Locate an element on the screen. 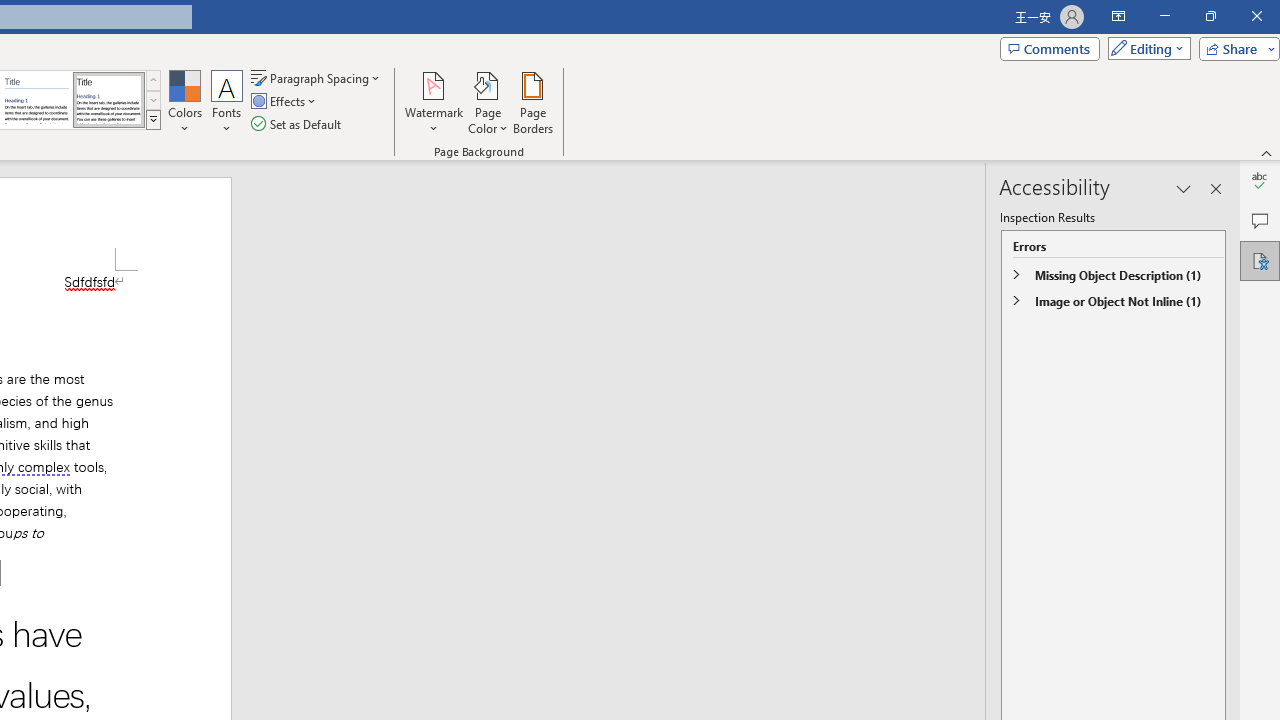  'Accessibility' is located at coordinates (1259, 260).